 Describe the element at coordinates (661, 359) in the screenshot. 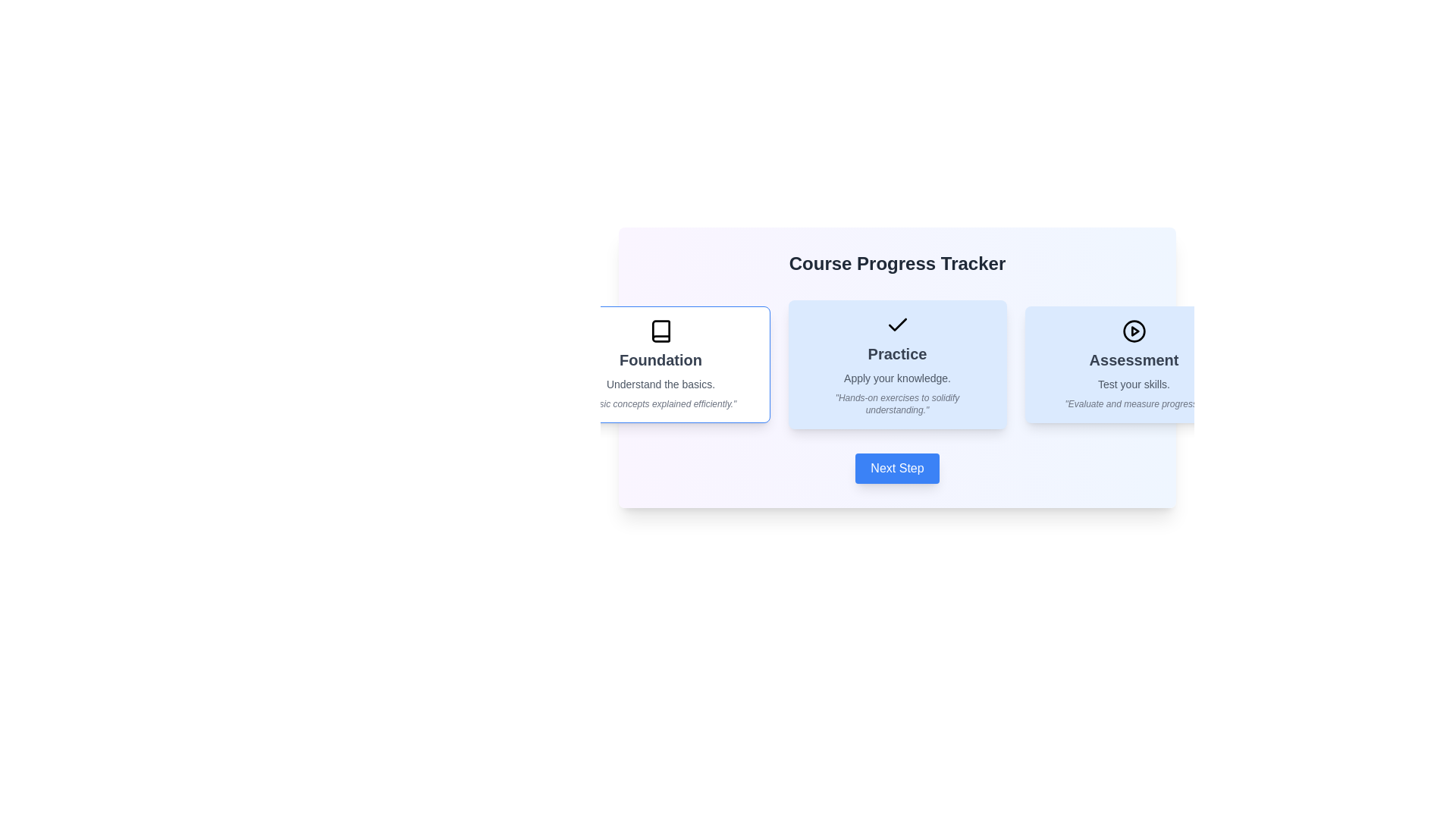

I see `static text 'Foundation' which is styled in bold and larger font, located within the first card of three in the central interface, above the description text 'Understand the basics.'` at that location.